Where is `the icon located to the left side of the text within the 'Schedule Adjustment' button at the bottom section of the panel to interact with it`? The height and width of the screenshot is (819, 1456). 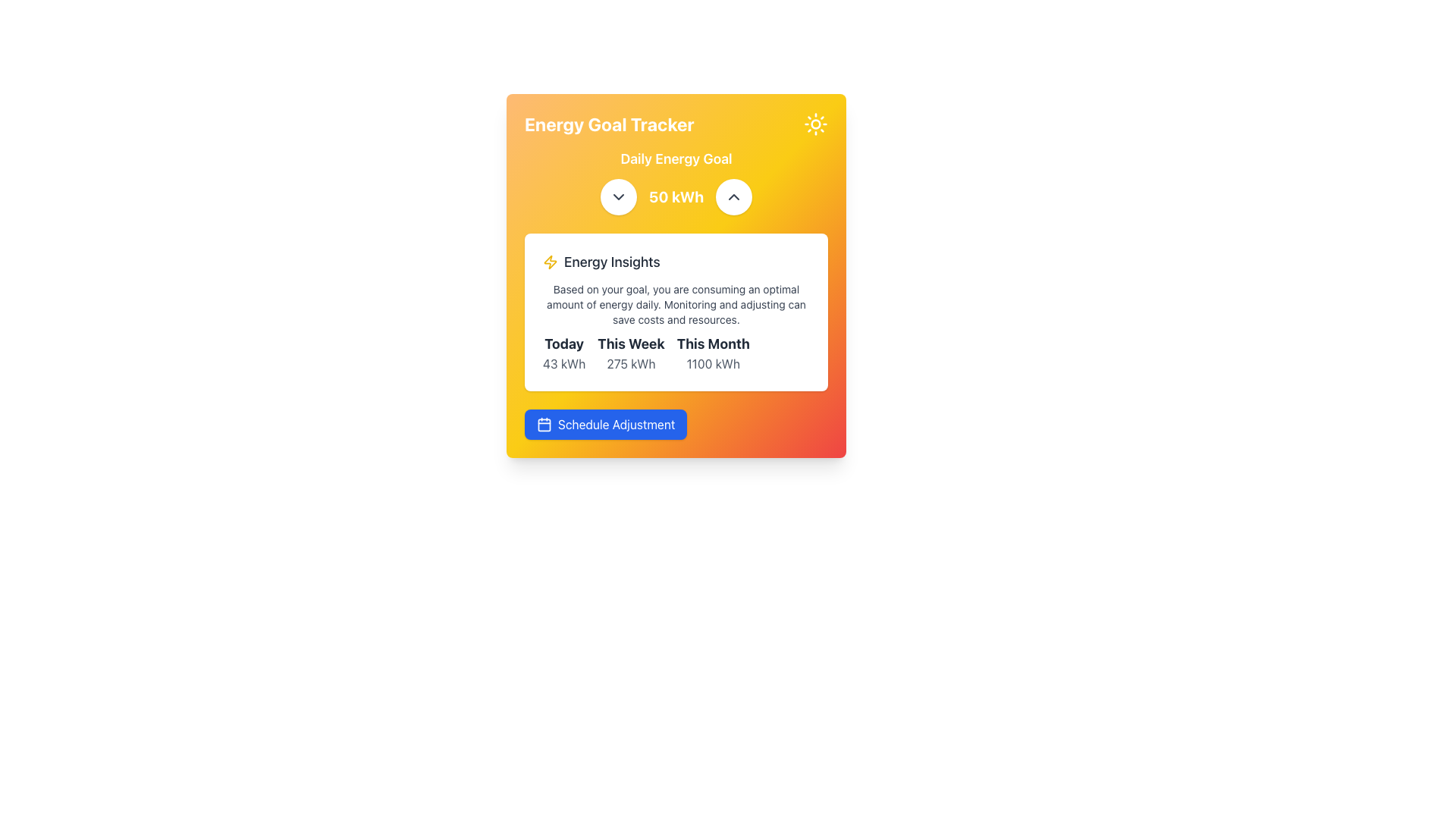
the icon located to the left side of the text within the 'Schedule Adjustment' button at the bottom section of the panel to interact with it is located at coordinates (544, 424).